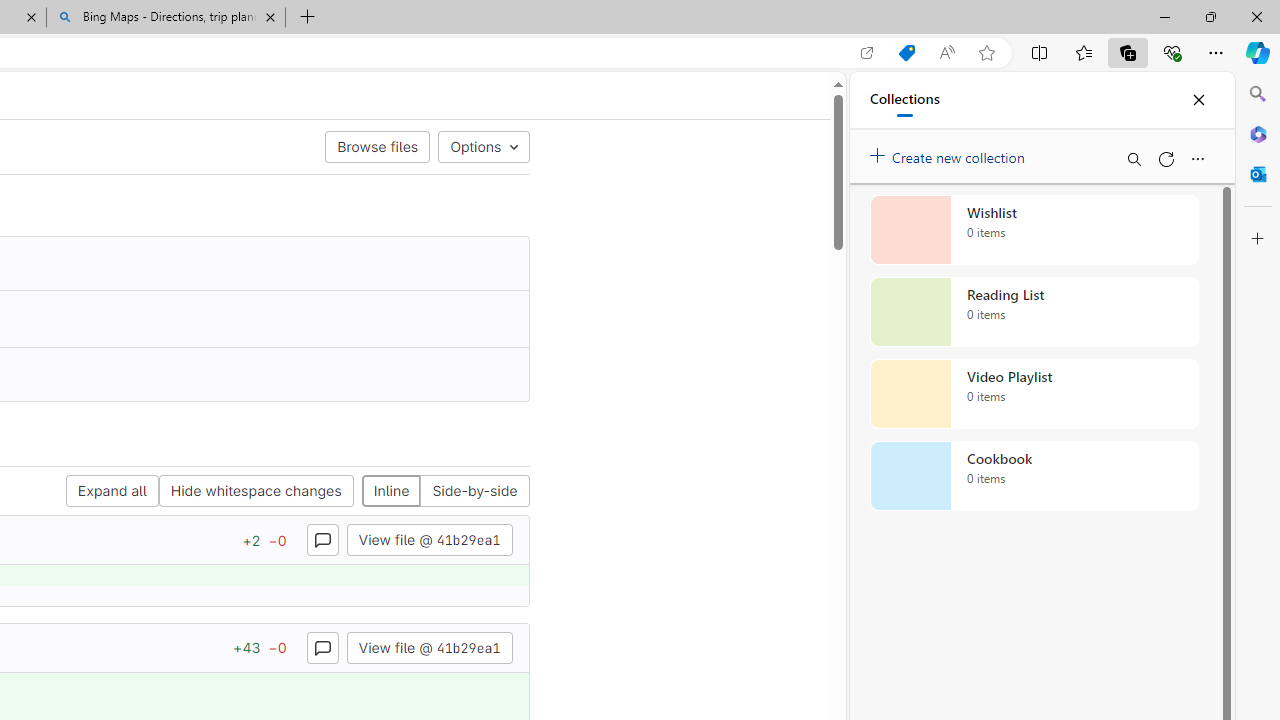 This screenshot has height=720, width=1280. I want to click on 'Shopping in Microsoft Edge', so click(905, 52).